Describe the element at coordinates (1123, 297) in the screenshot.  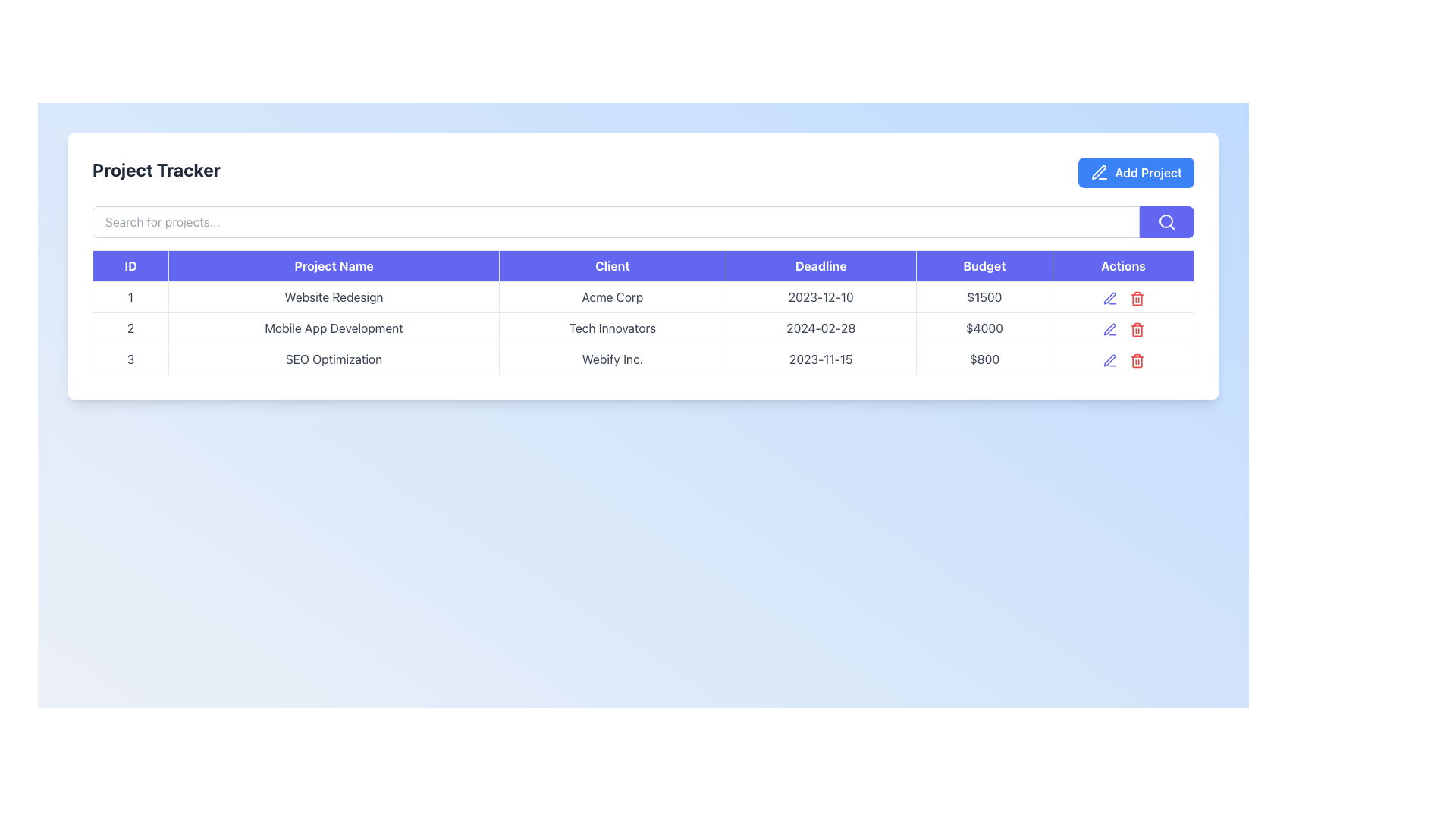
I see `the red trash icon in the 'Actions' column of the first row` at that location.